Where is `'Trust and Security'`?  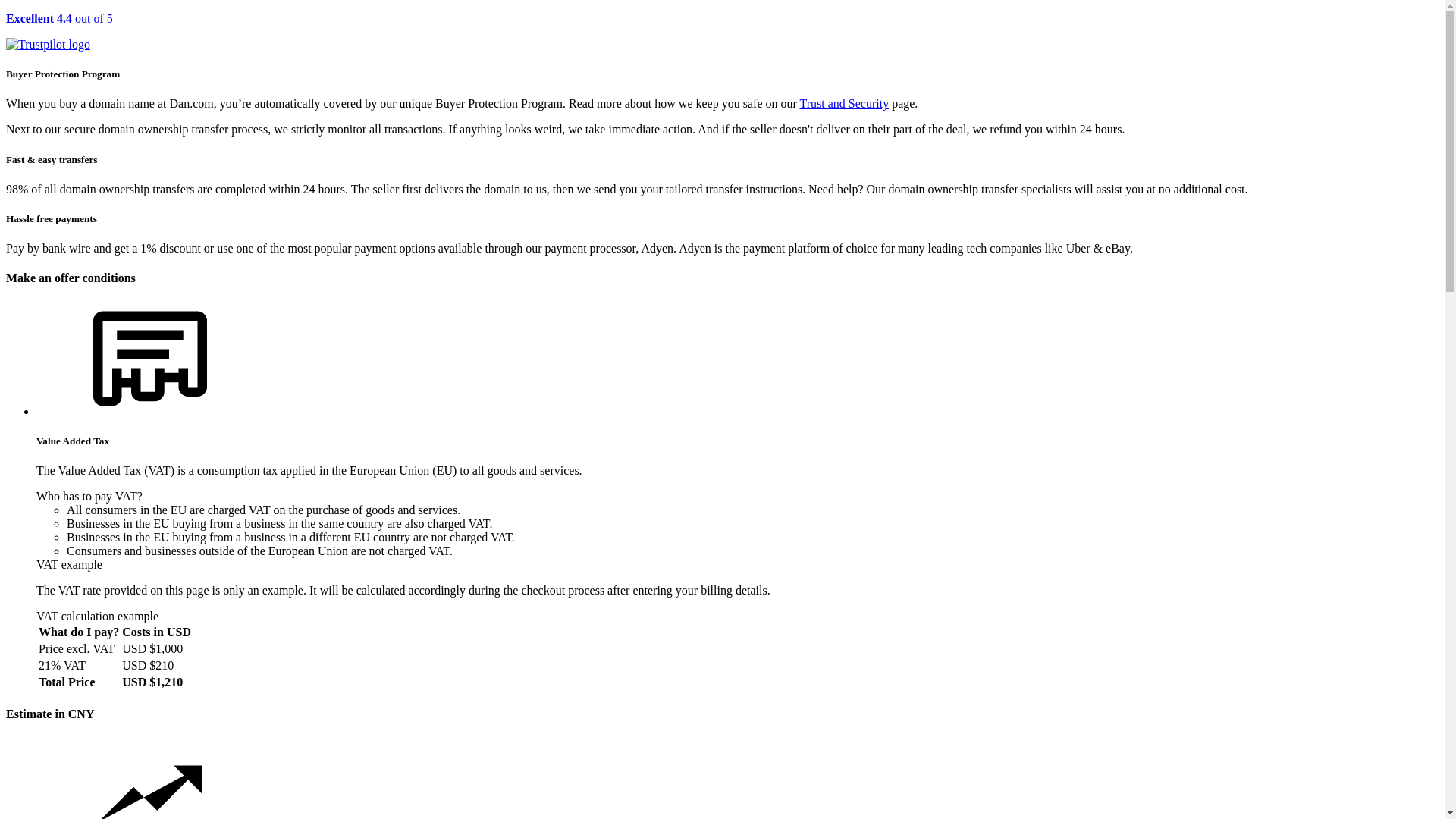
'Trust and Security' is located at coordinates (843, 102).